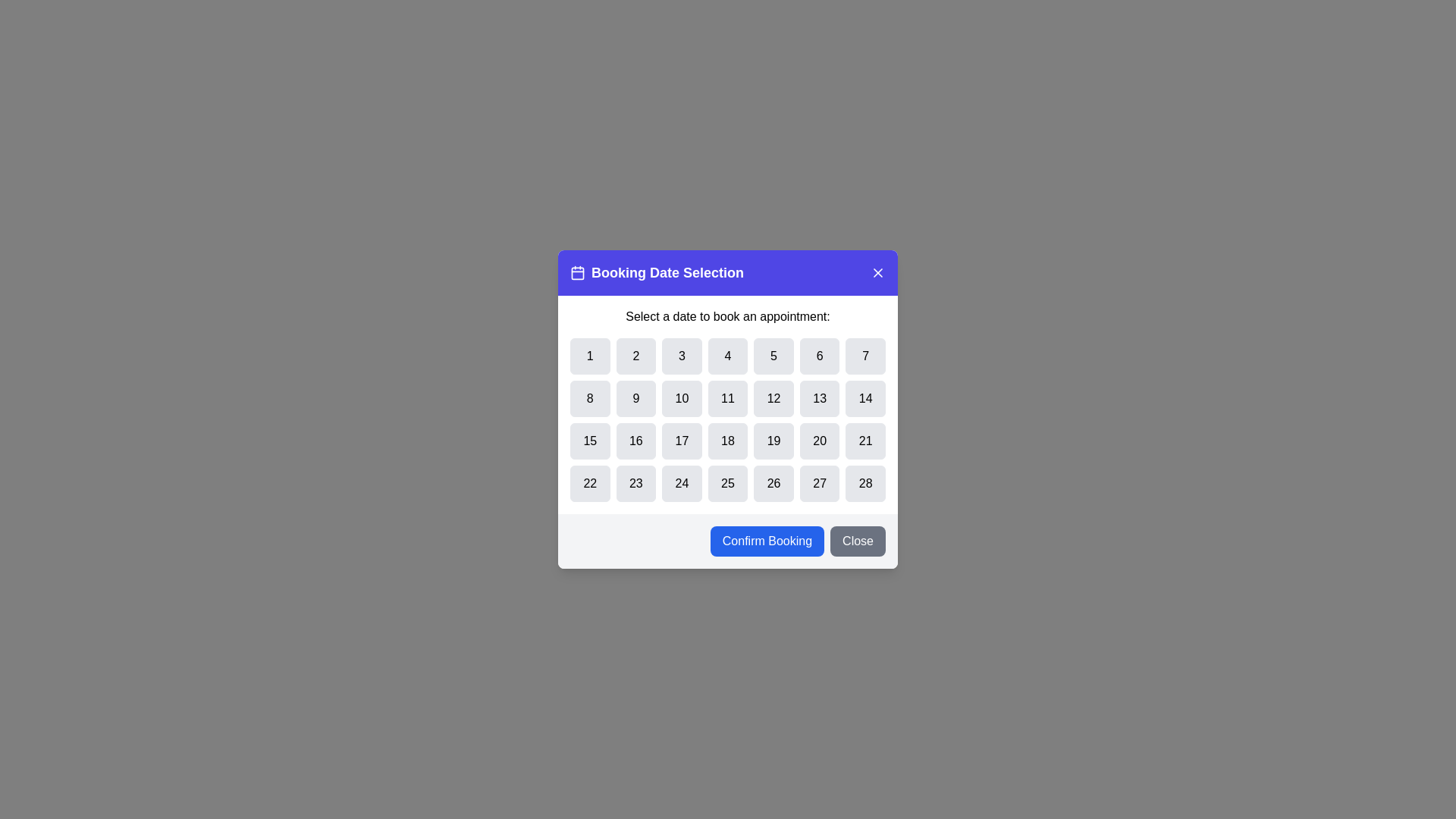 Image resolution: width=1456 pixels, height=819 pixels. Describe the element at coordinates (858, 540) in the screenshot. I see `the 'Close' button to close the dialog` at that location.